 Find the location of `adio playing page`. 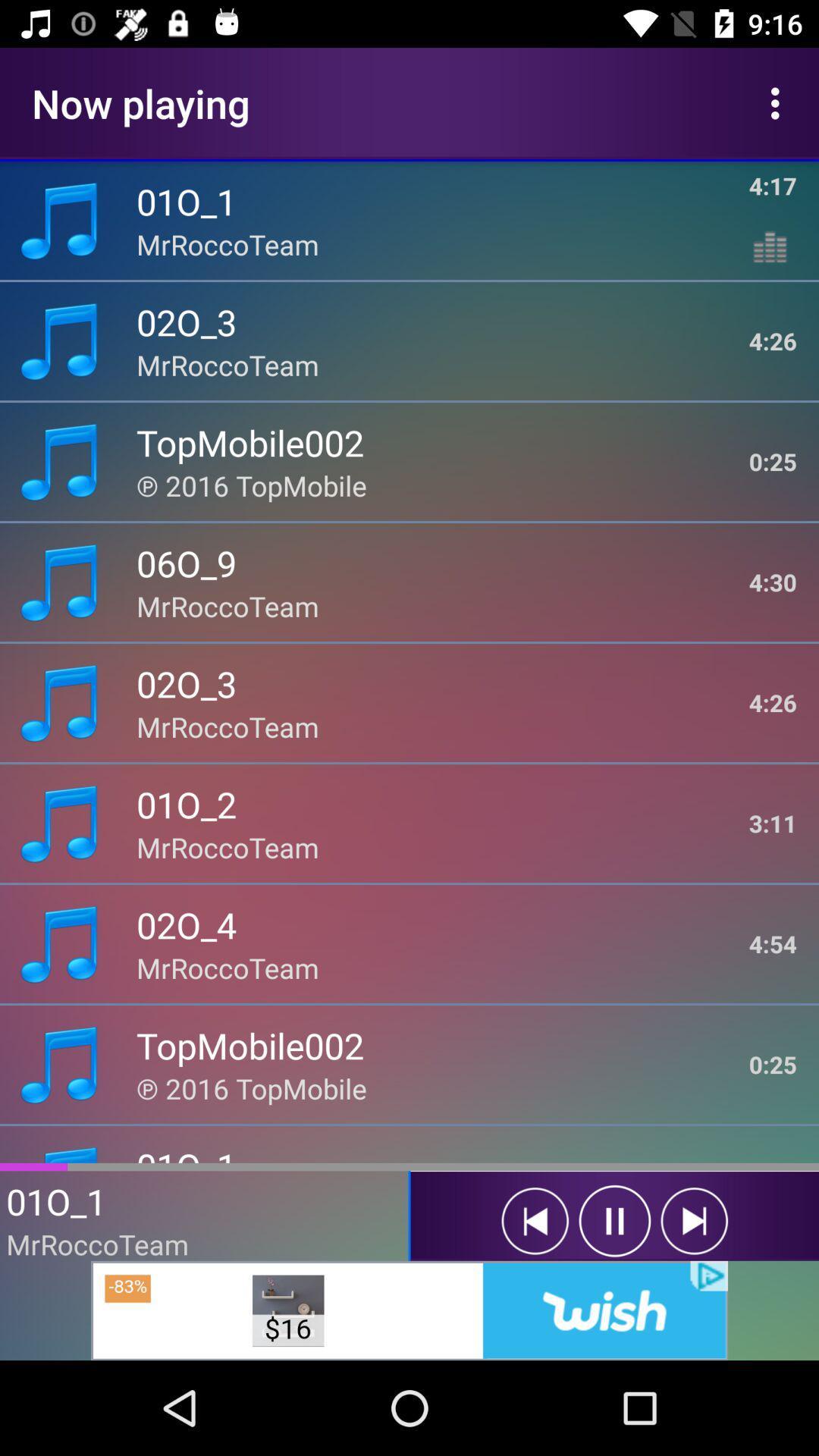

adio playing page is located at coordinates (534, 1221).